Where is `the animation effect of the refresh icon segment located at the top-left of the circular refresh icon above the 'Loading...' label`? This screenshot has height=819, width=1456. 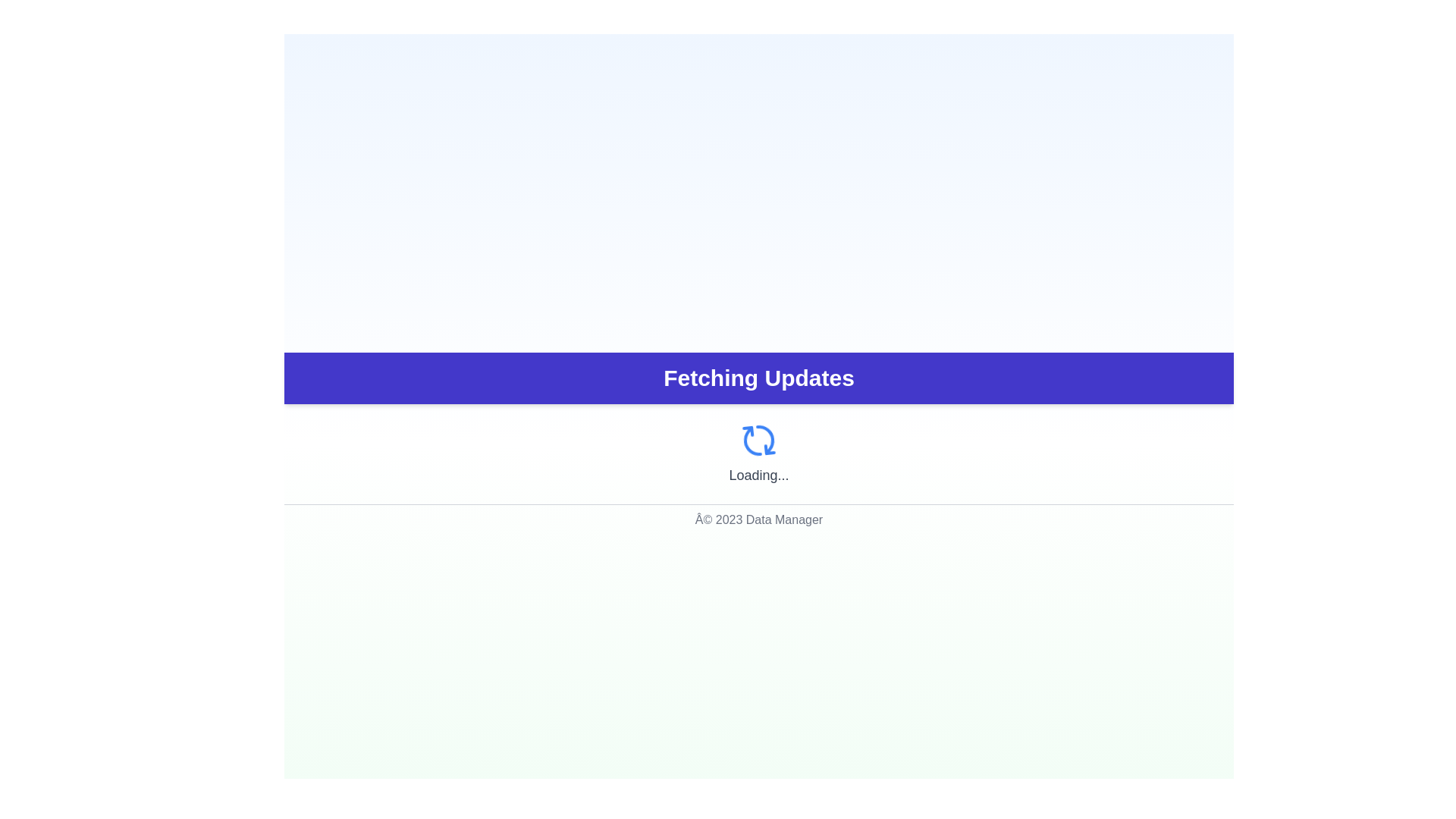
the animation effect of the refresh icon segment located at the top-left of the circular refresh icon above the 'Loading...' label is located at coordinates (761, 445).